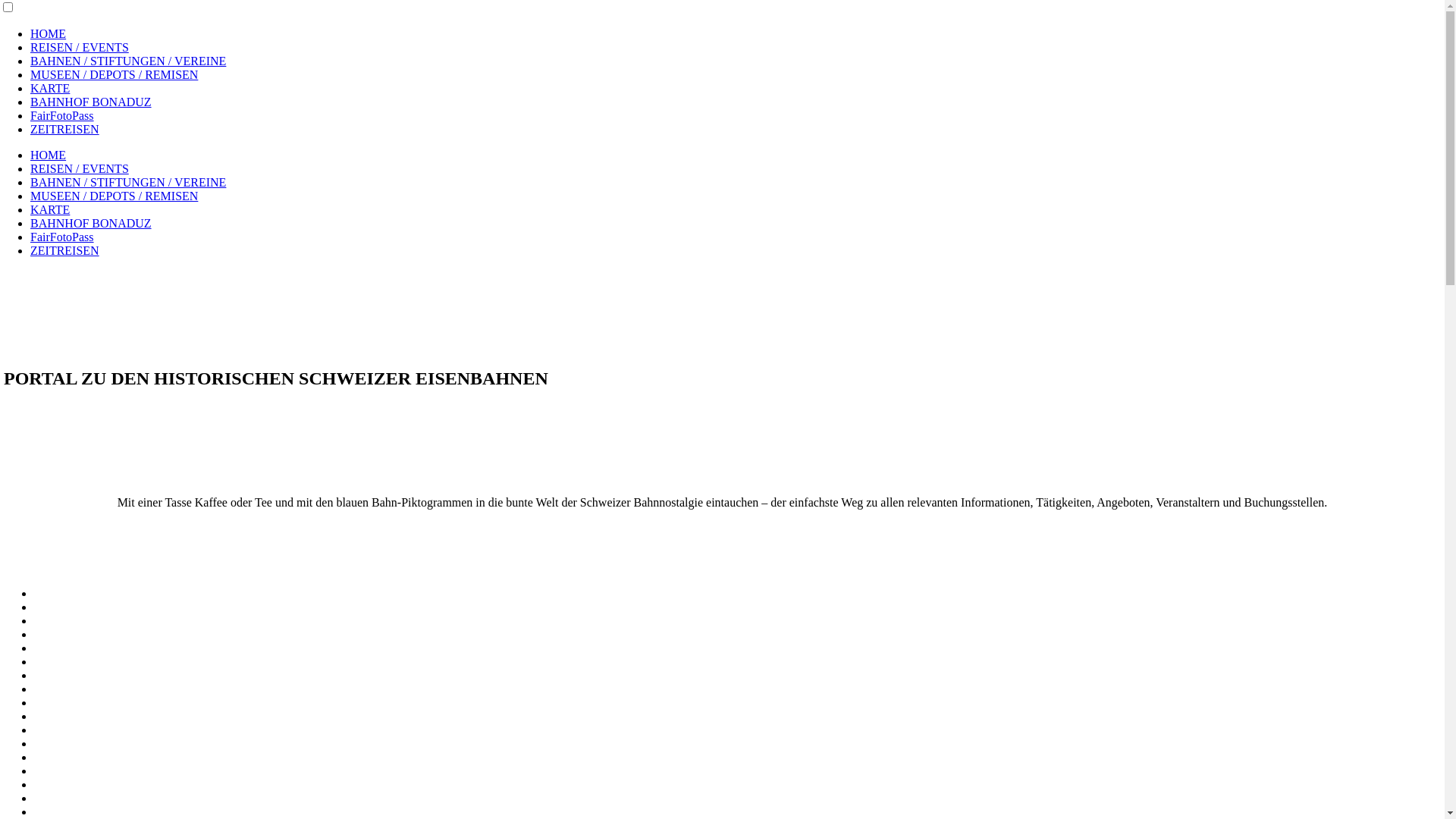 The width and height of the screenshot is (1456, 819). What do you see at coordinates (61, 115) in the screenshot?
I see `'FairFotoPass'` at bounding box center [61, 115].